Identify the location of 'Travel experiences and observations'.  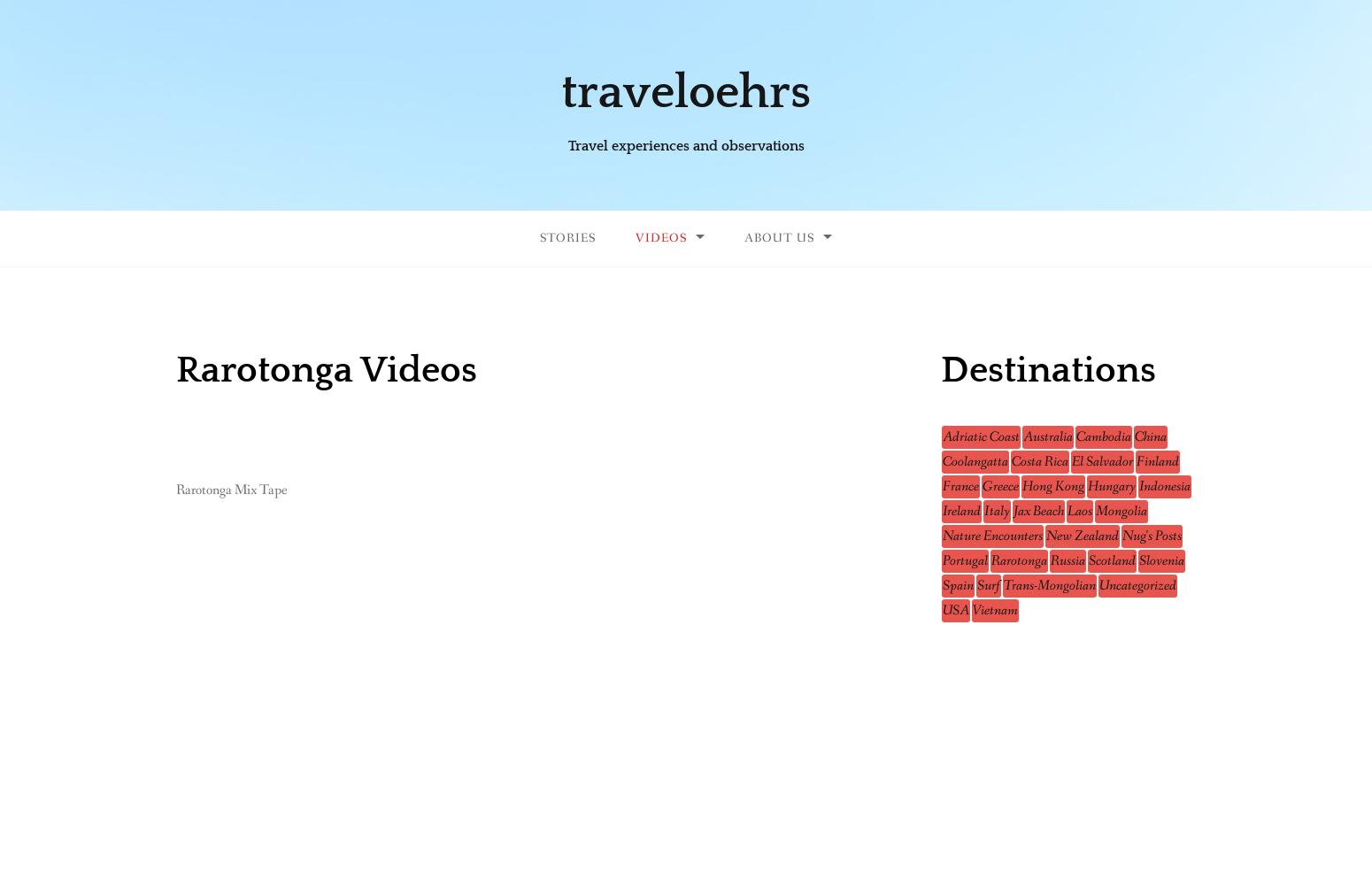
(685, 143).